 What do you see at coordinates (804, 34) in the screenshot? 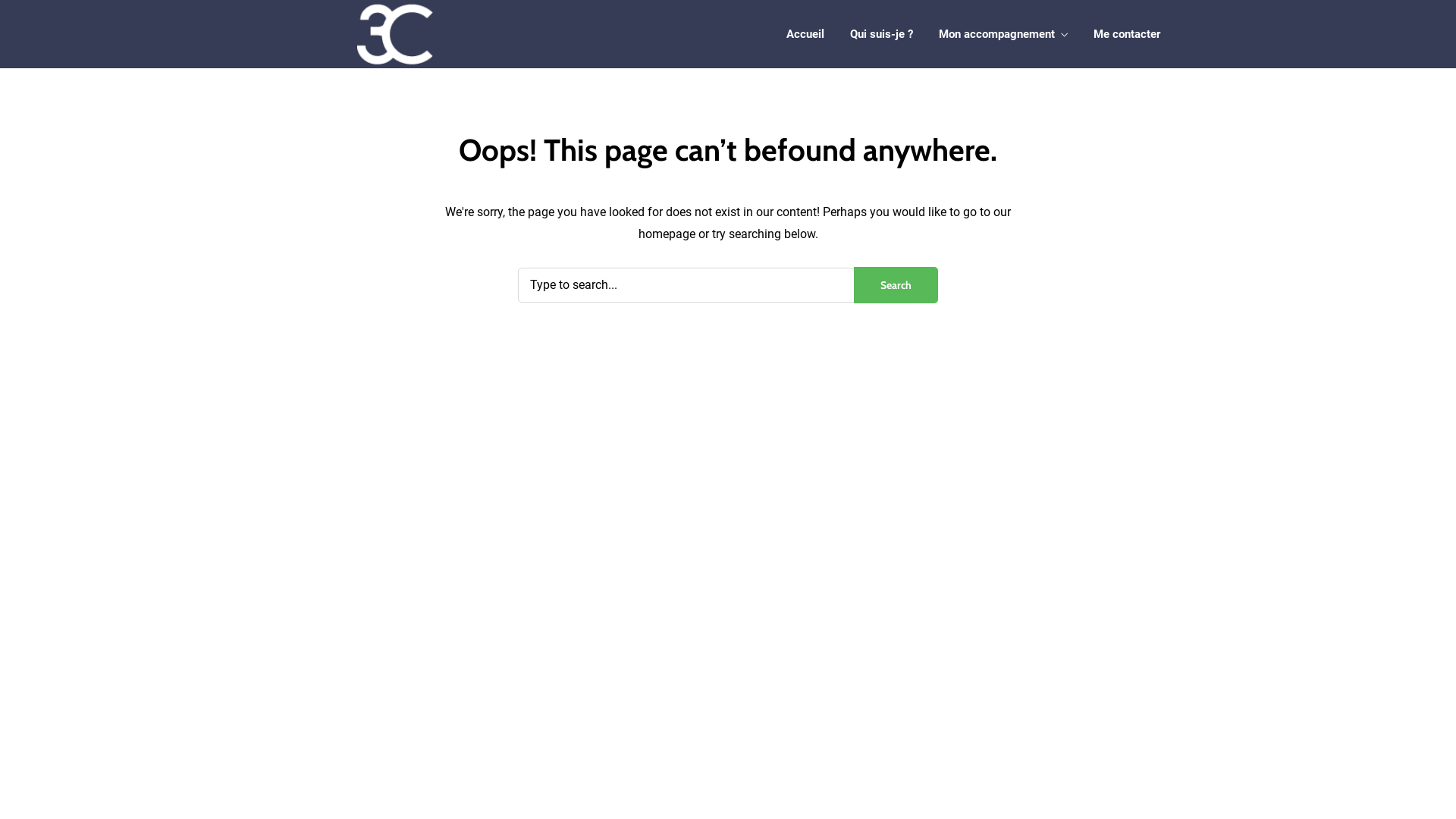
I see `'Accueil'` at bounding box center [804, 34].